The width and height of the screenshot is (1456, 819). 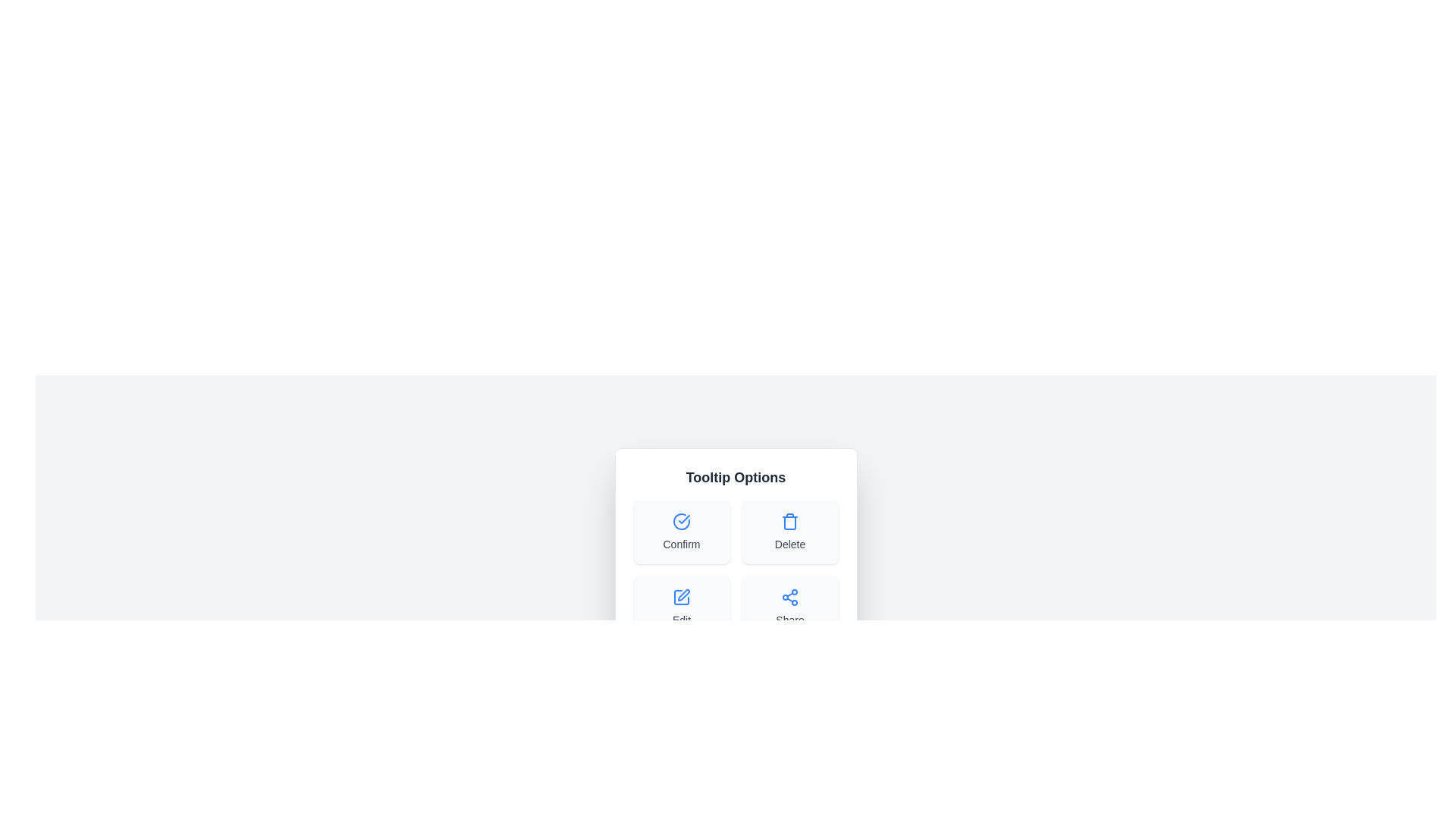 I want to click on the checkmark icon within the tooltip under the 'Confirm' button, which is styled with a blue stroke and is part of an SVG graphic, so click(x=683, y=519).